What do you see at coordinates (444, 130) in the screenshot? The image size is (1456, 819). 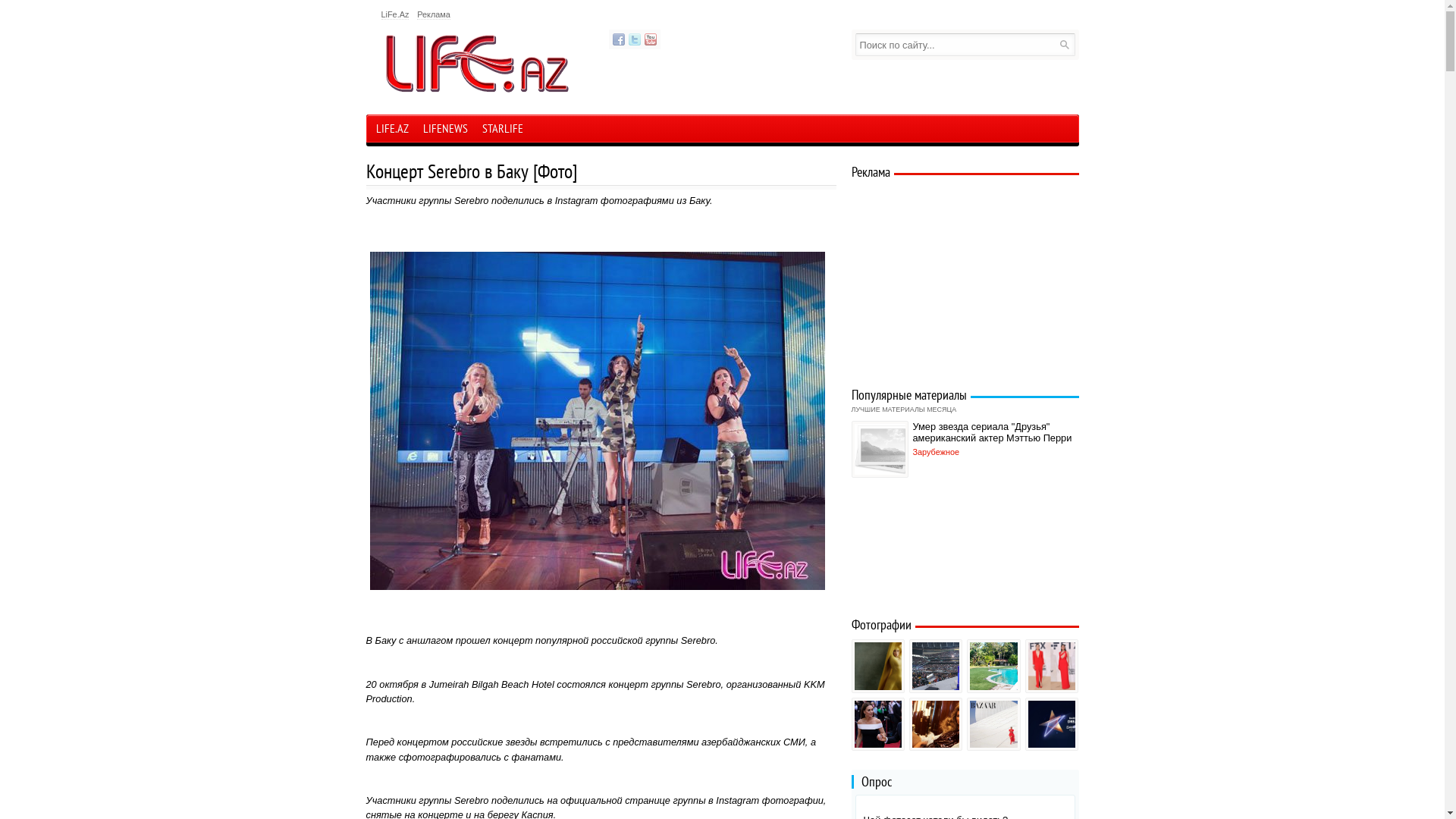 I see `'LIFENEWS'` at bounding box center [444, 130].